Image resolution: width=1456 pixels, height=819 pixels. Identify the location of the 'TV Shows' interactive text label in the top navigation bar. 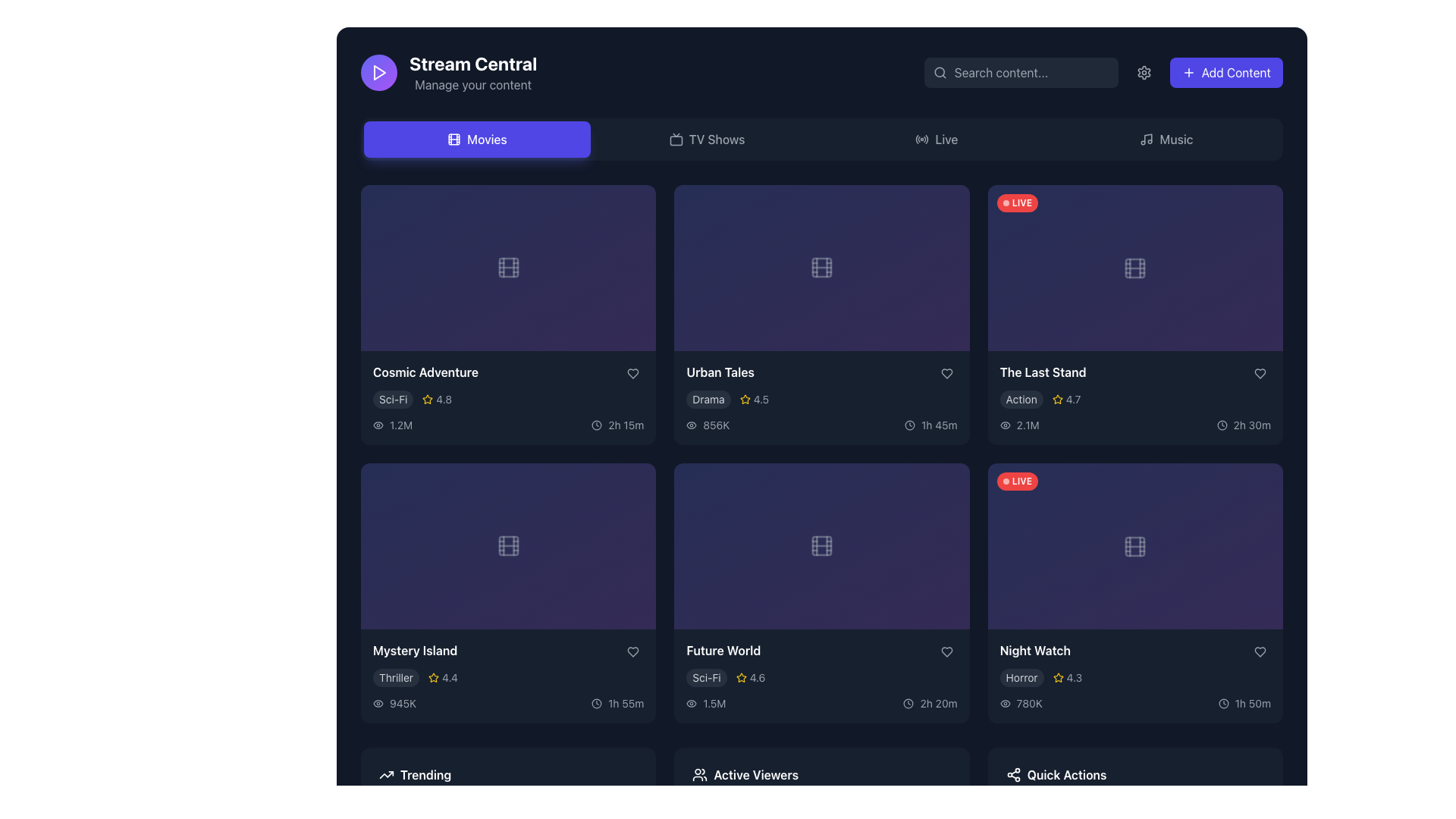
(716, 140).